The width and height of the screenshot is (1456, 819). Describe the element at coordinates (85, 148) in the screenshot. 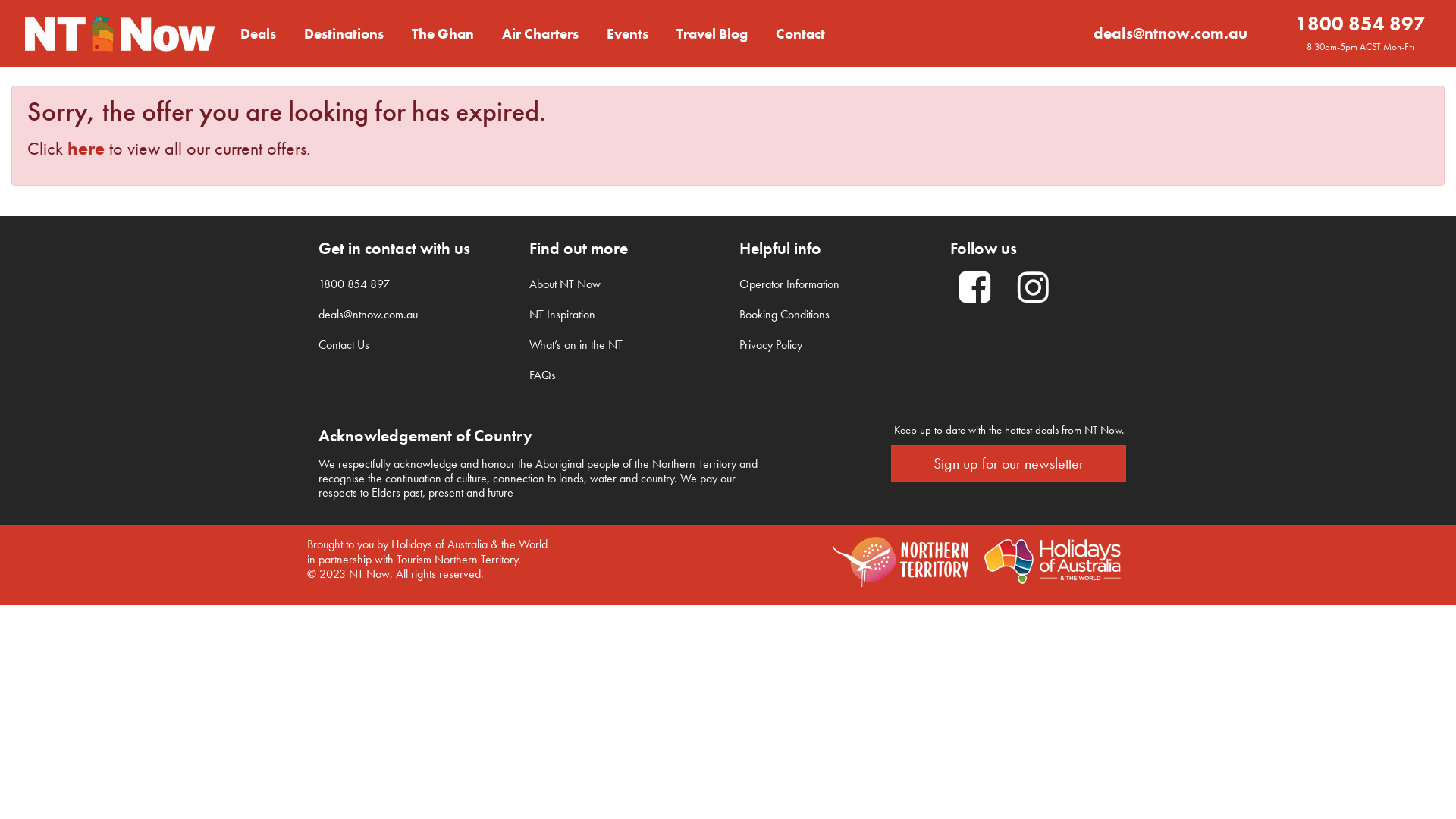

I see `'here'` at that location.